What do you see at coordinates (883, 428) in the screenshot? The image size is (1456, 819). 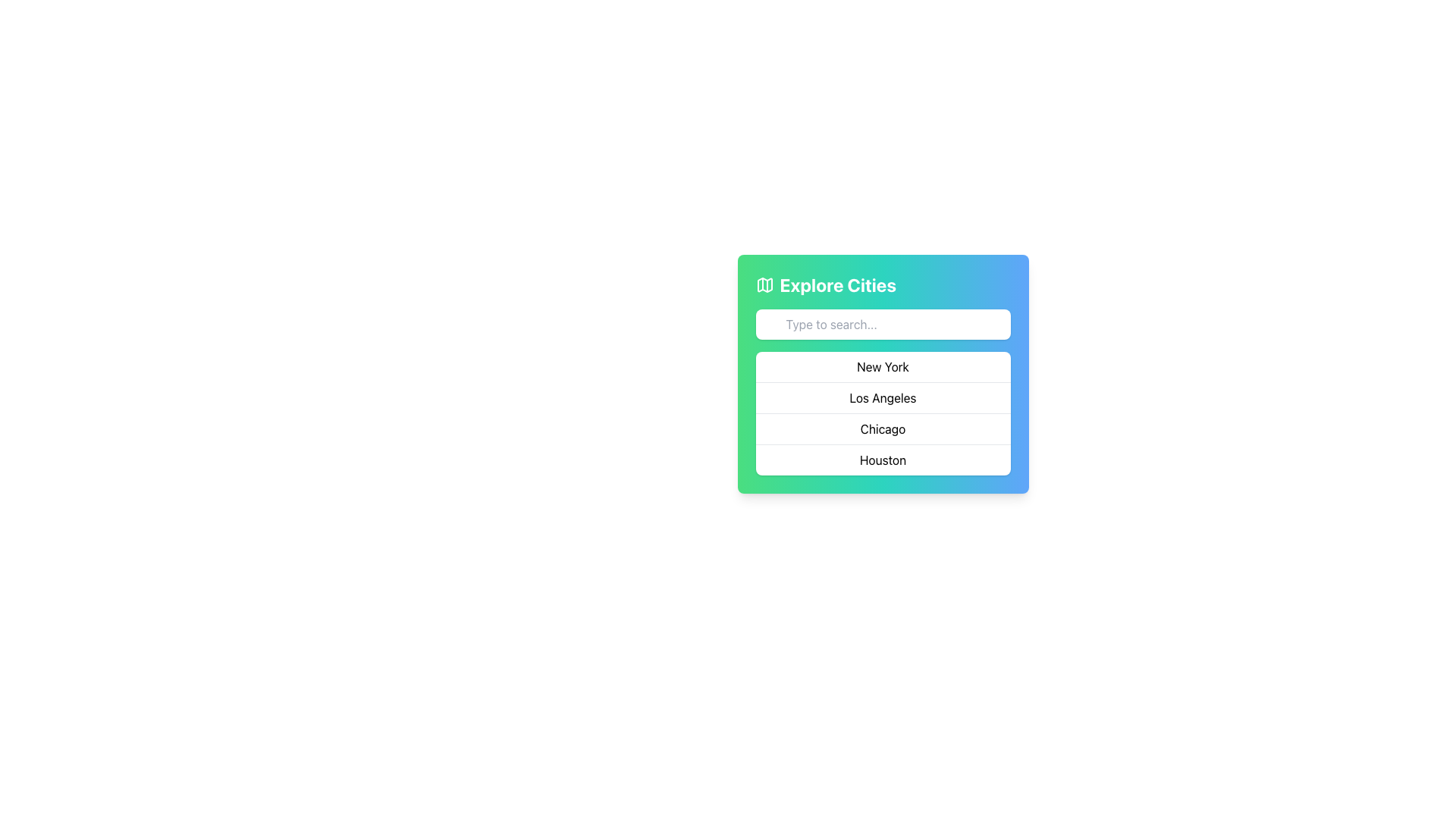 I see `the text label displaying 'Chicago' in bold black font, which is the third item in a vertical list of city names under the header 'Explore Cities'` at bounding box center [883, 428].